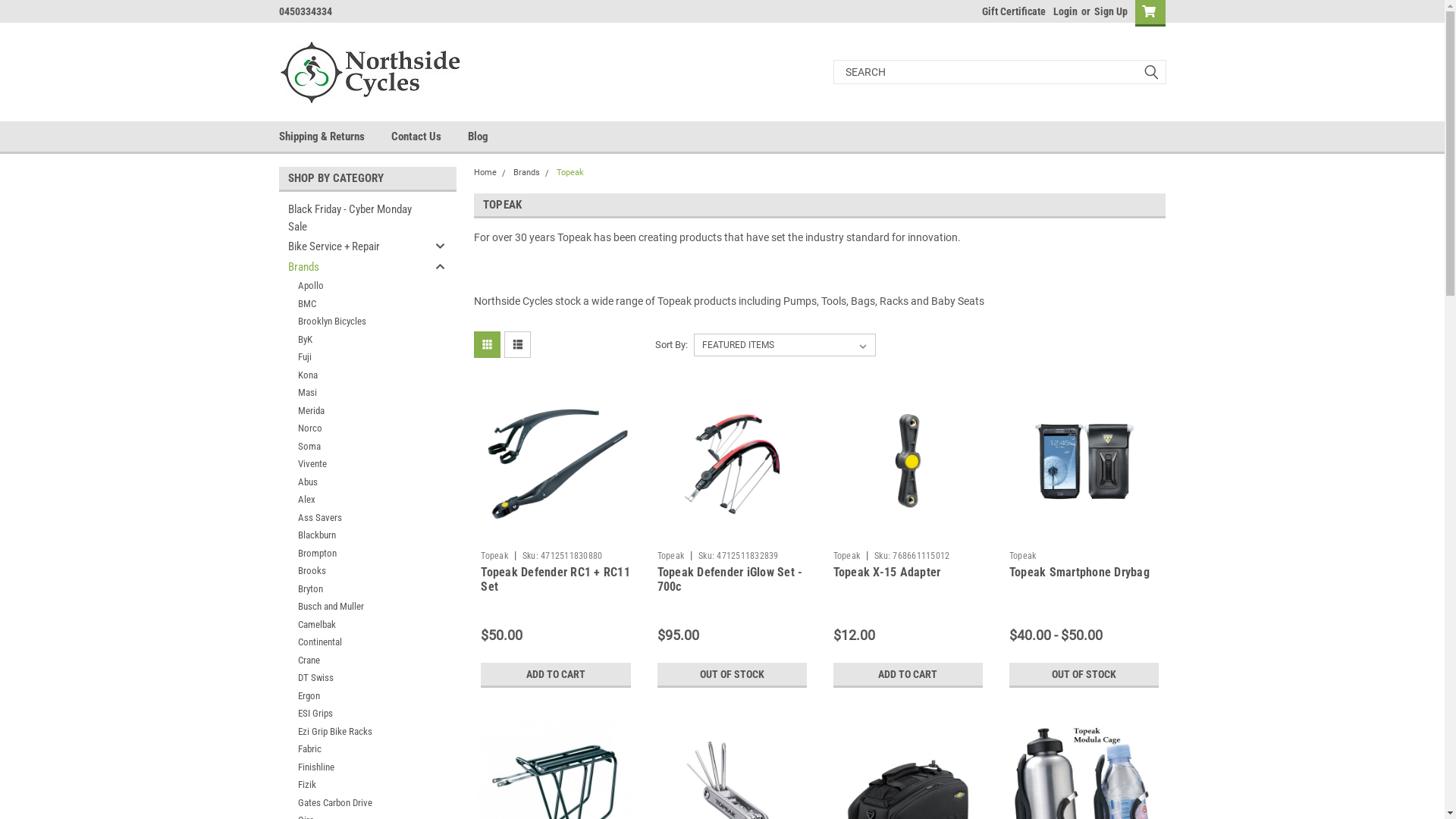  Describe the element at coordinates (279, 784) in the screenshot. I see `'Fizik'` at that location.